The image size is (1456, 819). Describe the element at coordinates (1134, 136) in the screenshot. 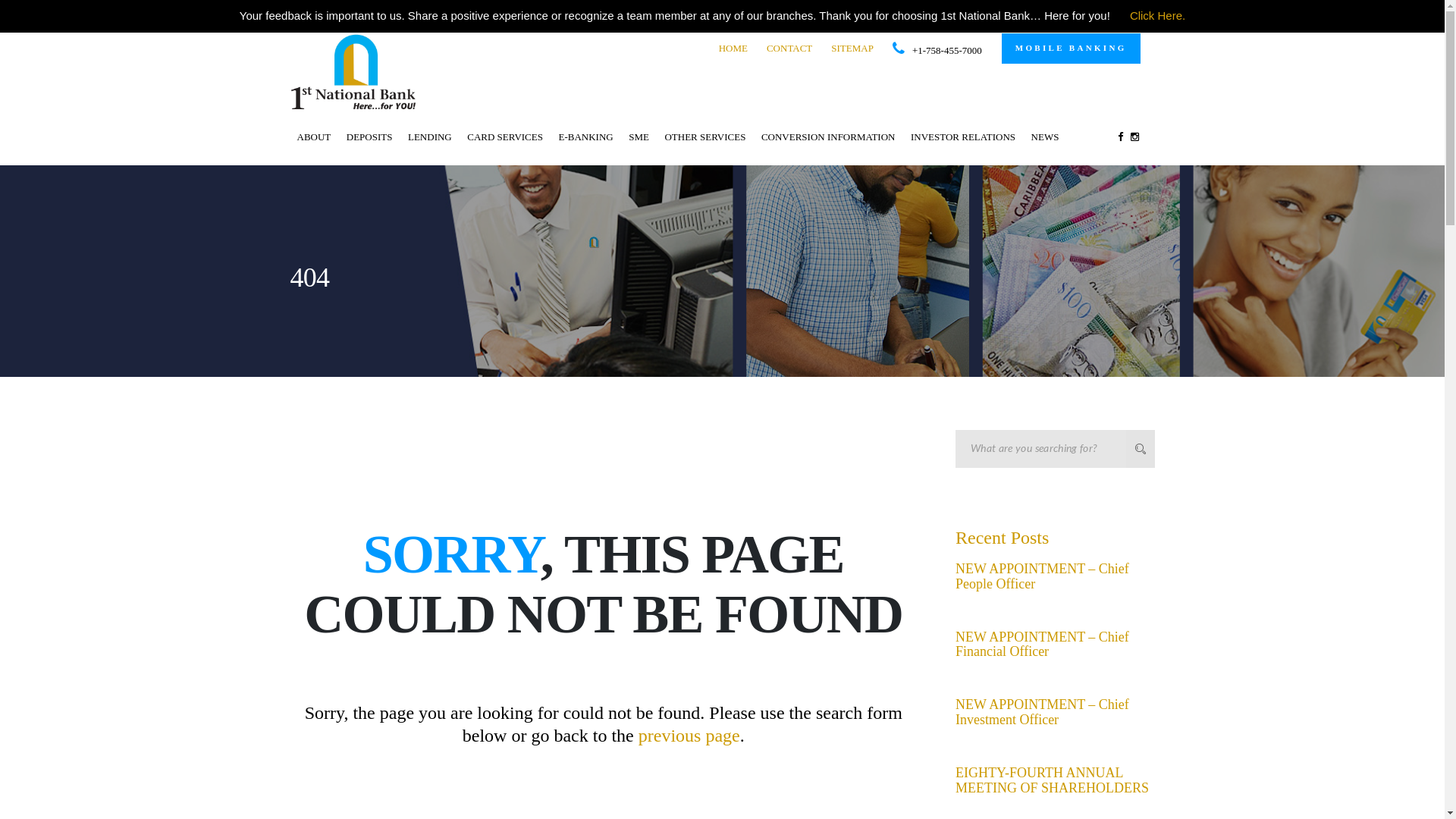

I see `'Instagram'` at that location.